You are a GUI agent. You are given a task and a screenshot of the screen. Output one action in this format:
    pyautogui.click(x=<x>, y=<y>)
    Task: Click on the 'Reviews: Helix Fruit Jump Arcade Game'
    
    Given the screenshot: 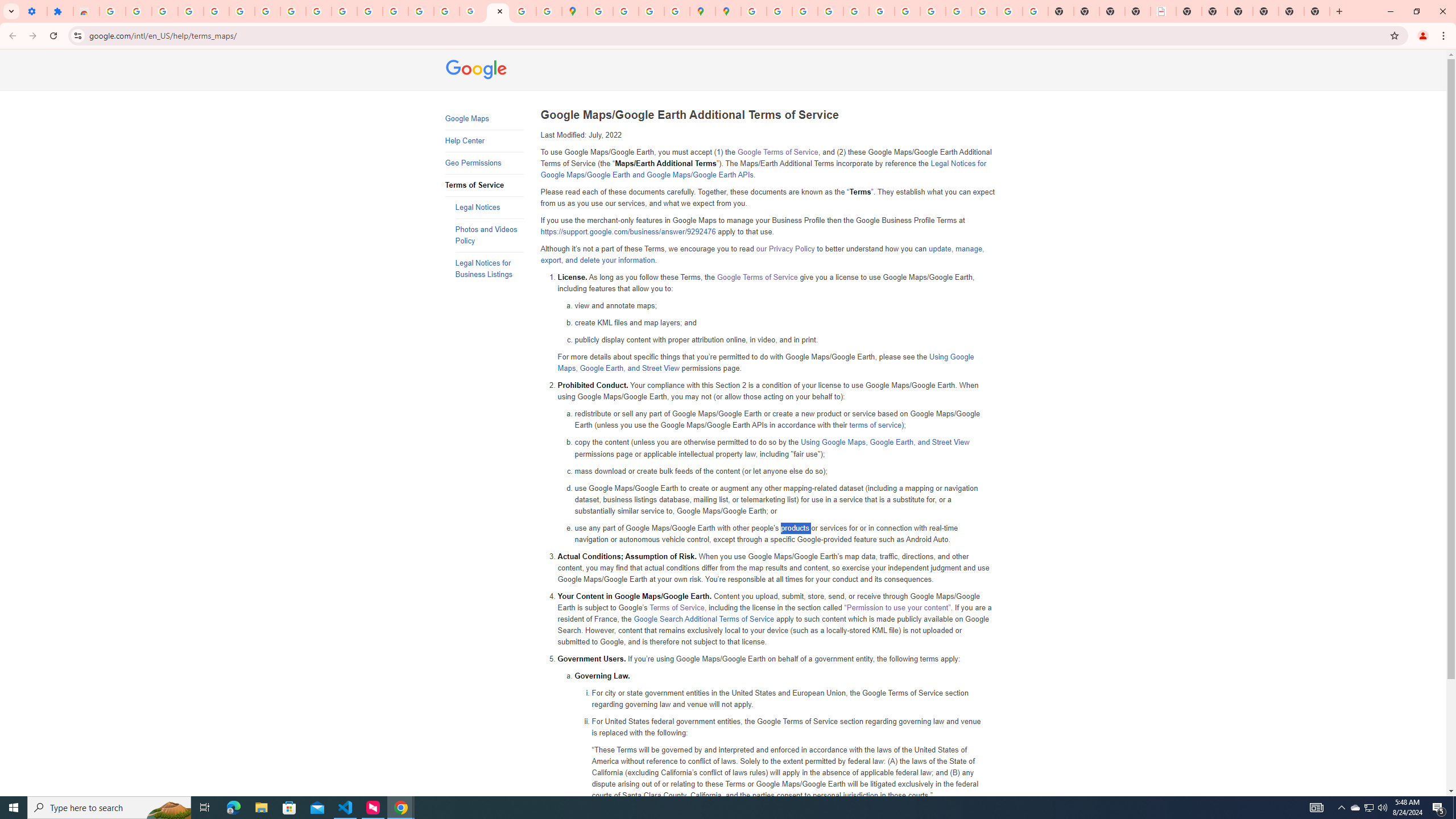 What is the action you would take?
    pyautogui.click(x=86, y=11)
    